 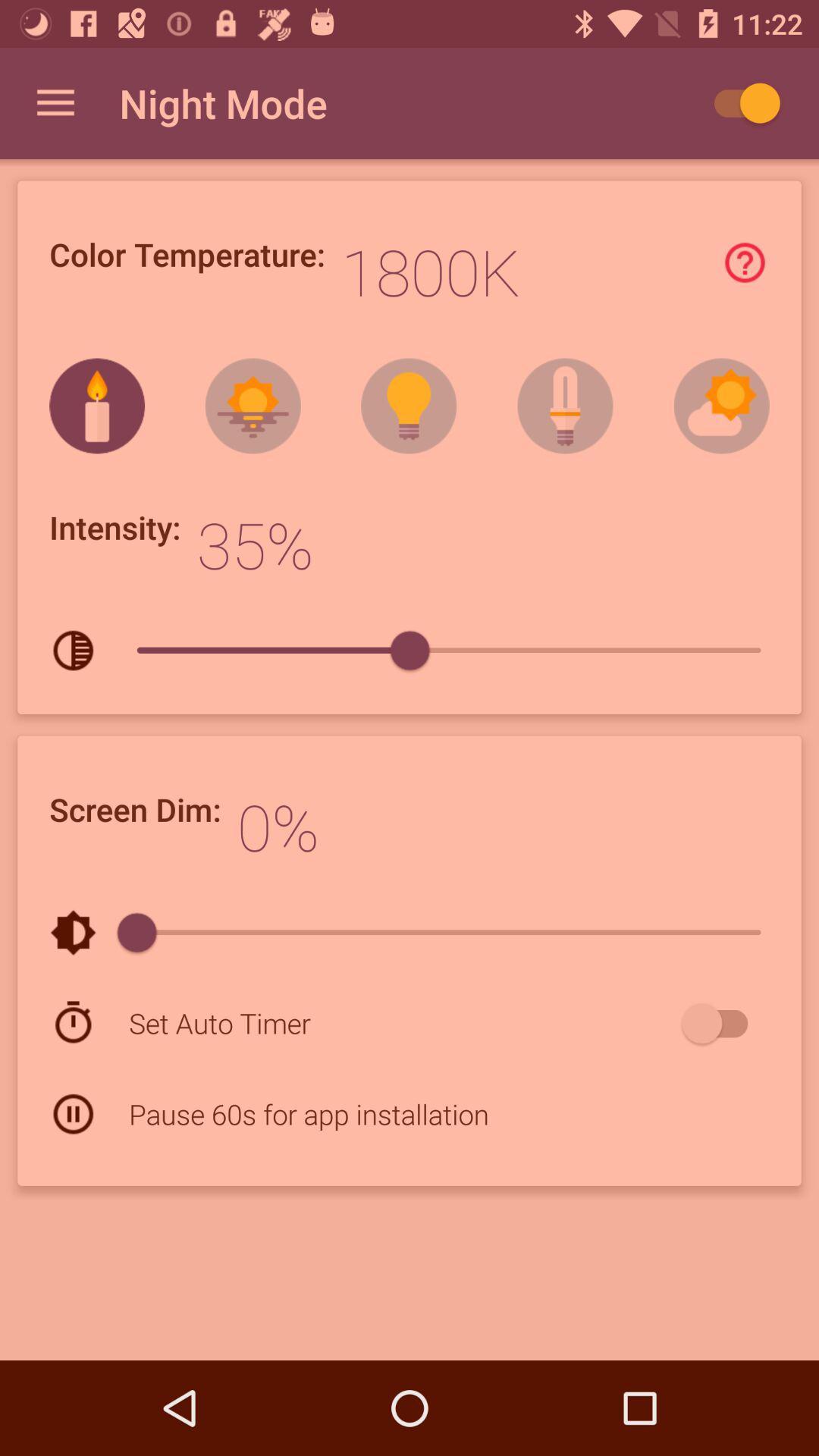 I want to click on item above pause 60s for, so click(x=401, y=1023).